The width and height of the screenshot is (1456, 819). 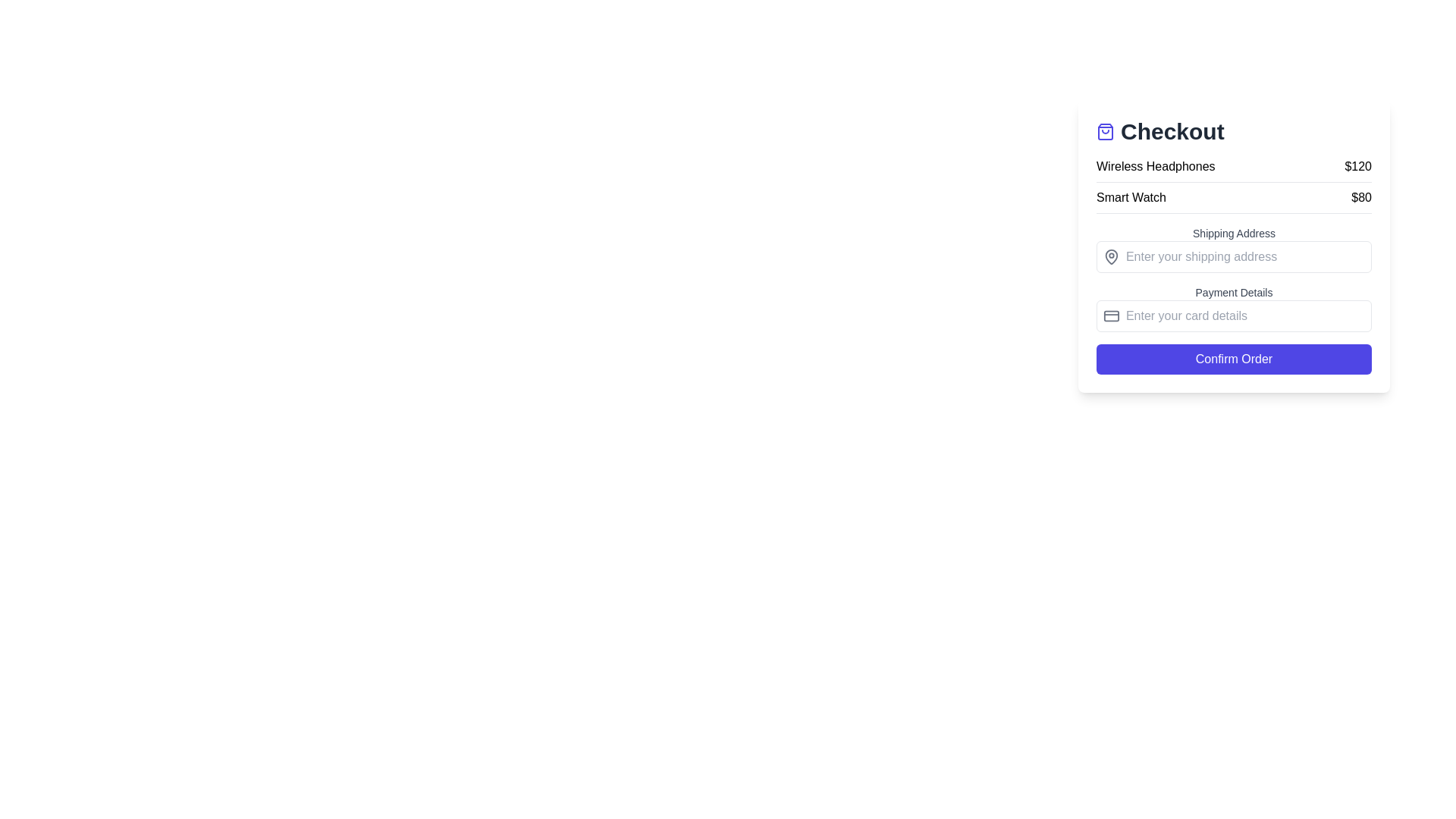 I want to click on the 'Shipping Address' text label, which is styled in medium gray font and positioned above the shipping address input field in the 'Checkout' card UI, so click(x=1234, y=234).